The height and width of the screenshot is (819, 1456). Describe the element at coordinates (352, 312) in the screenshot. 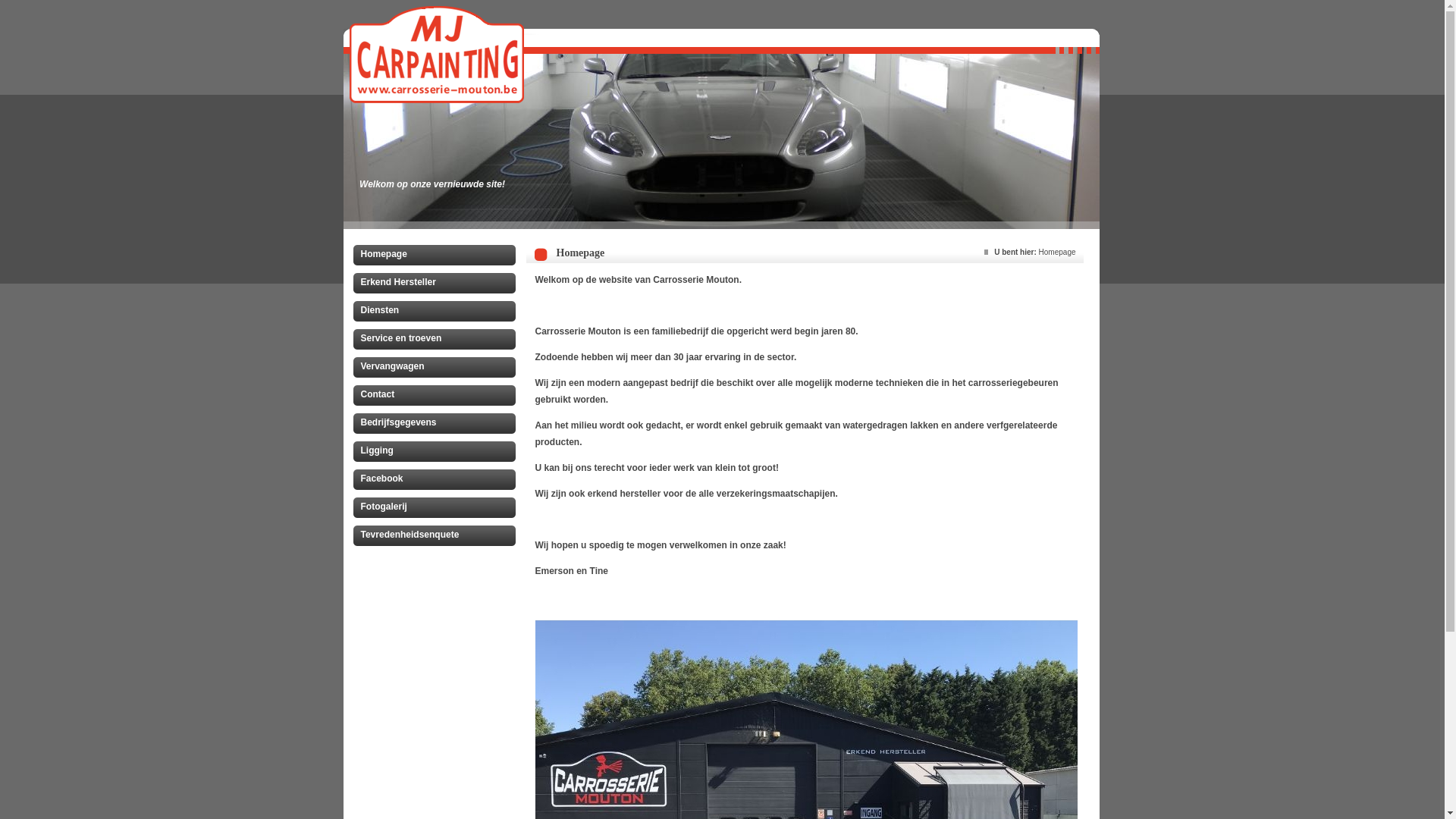

I see `'Diensten'` at that location.